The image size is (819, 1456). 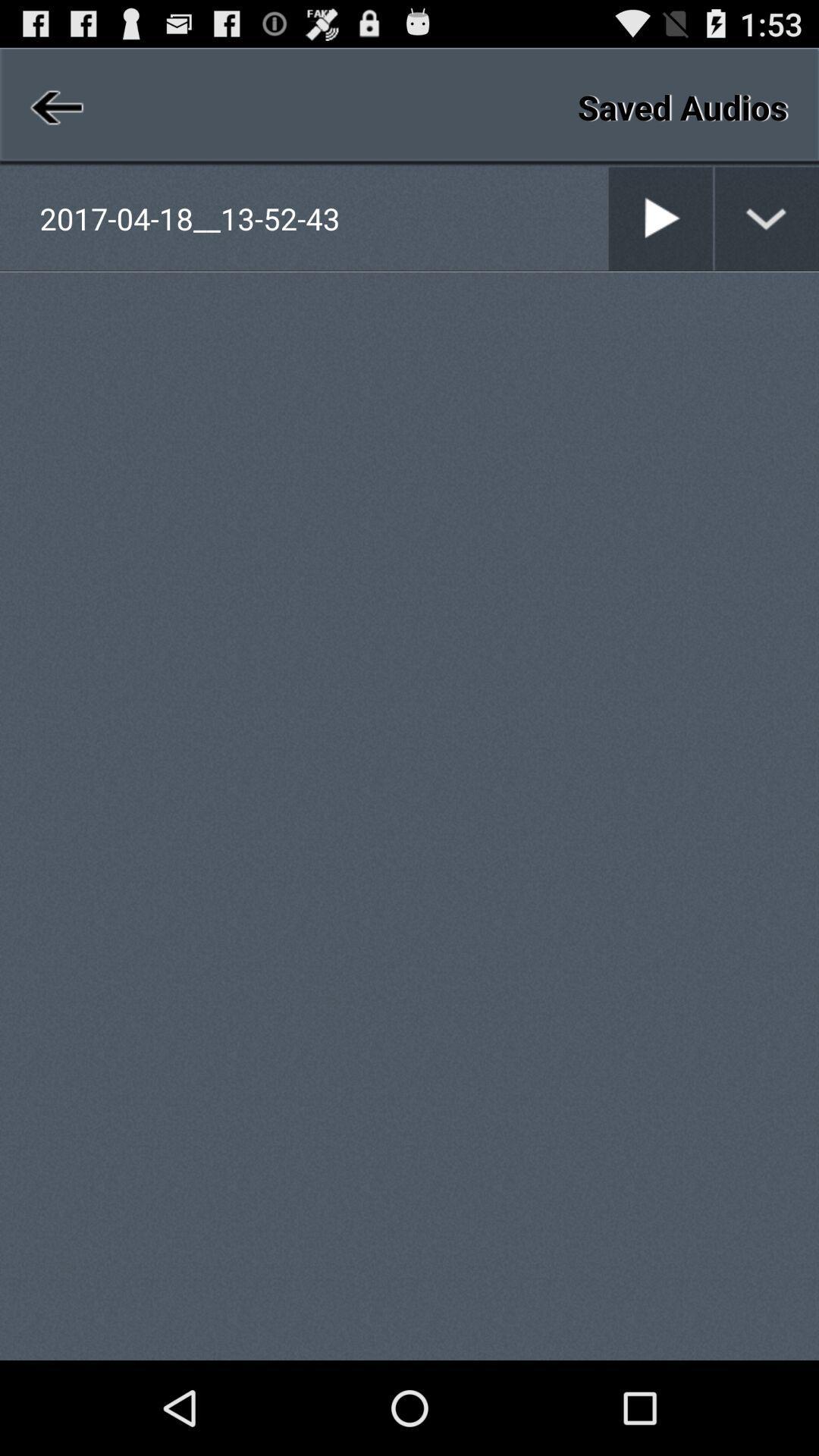 What do you see at coordinates (54, 106) in the screenshot?
I see `previous` at bounding box center [54, 106].